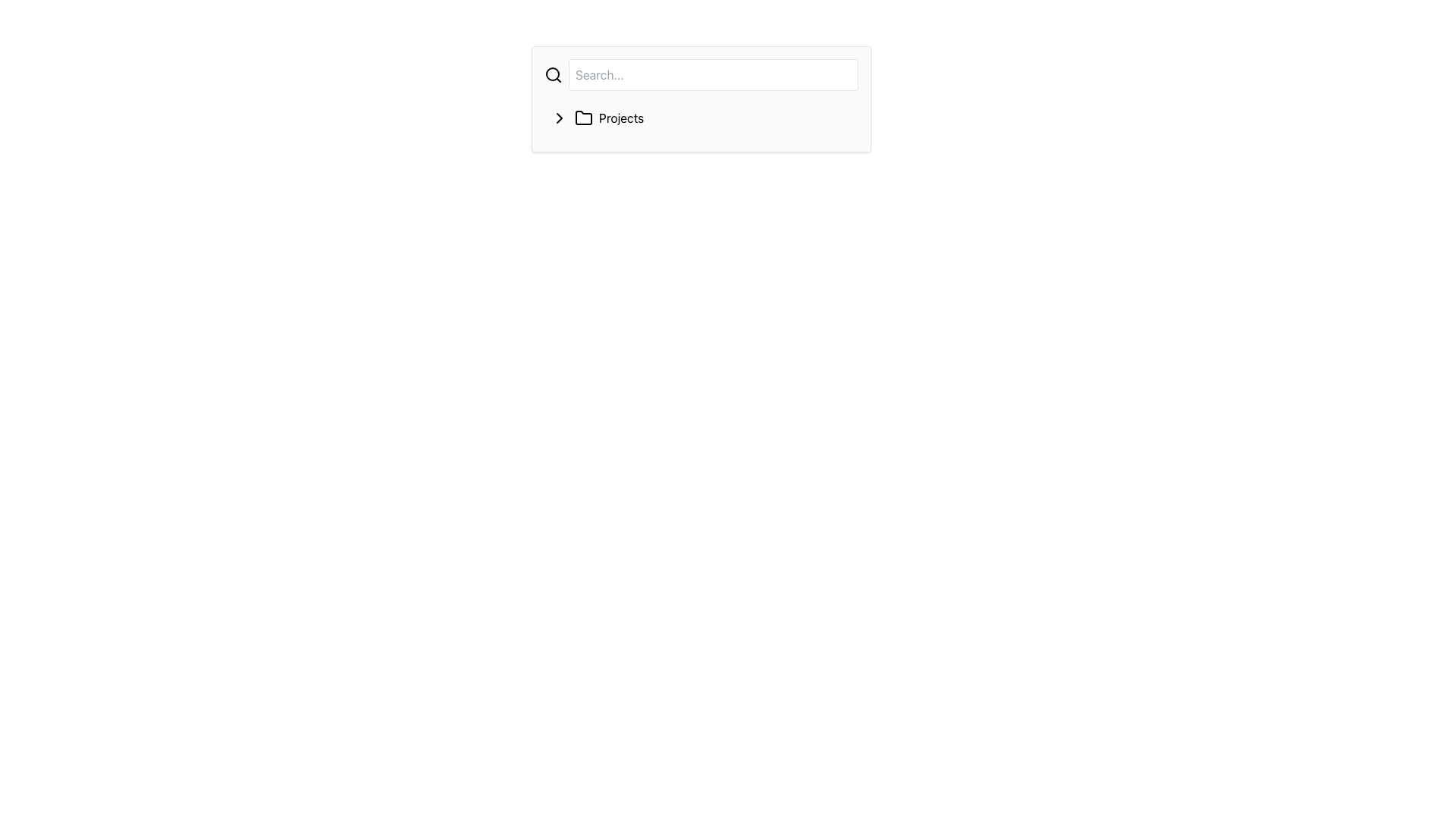 This screenshot has height=819, width=1456. Describe the element at coordinates (552, 75) in the screenshot. I see `the search icon that resembles a magnifying glass, located immediately to the left of the 'Search...' input field` at that location.